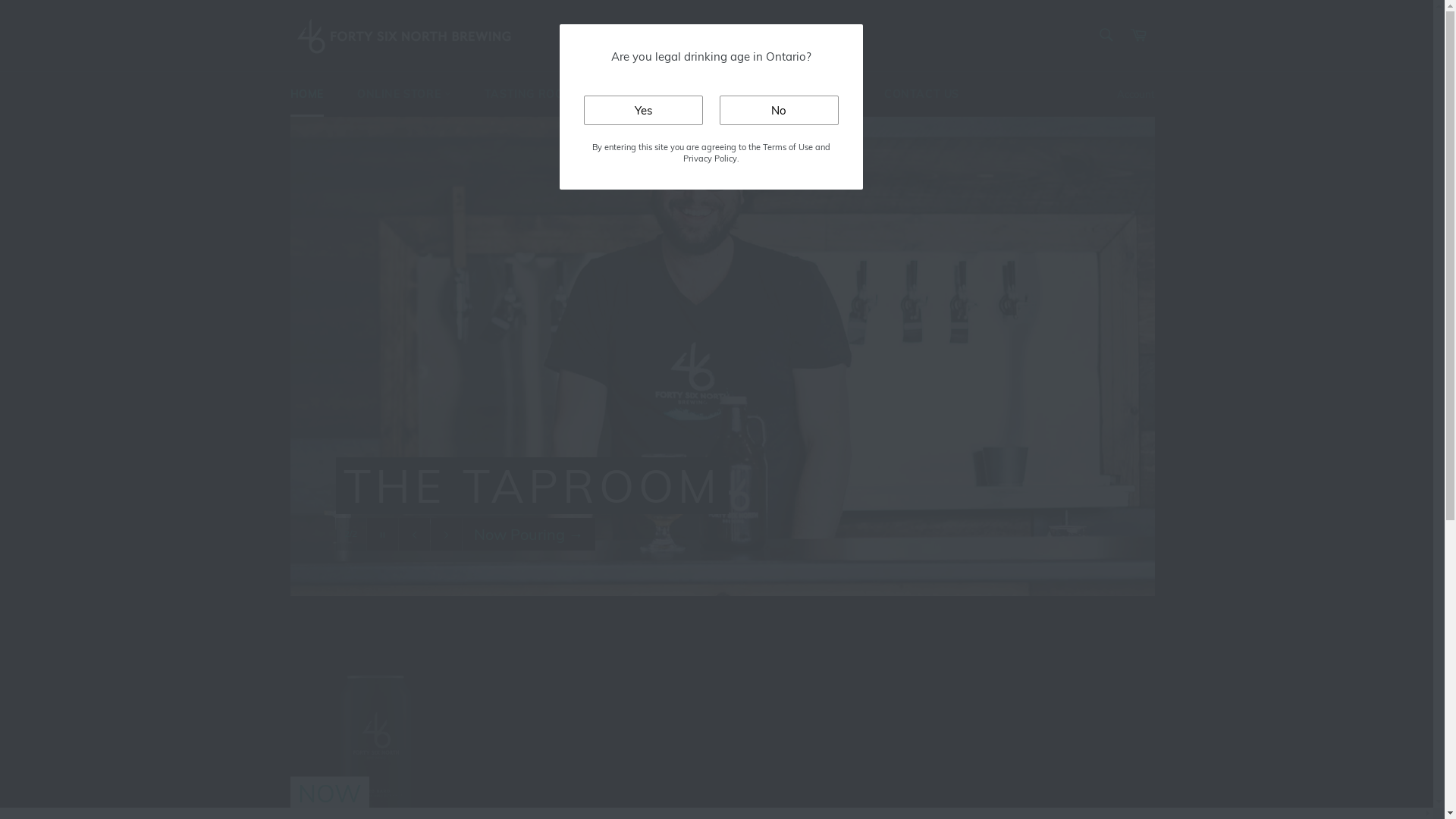 Image resolution: width=1456 pixels, height=819 pixels. Describe the element at coordinates (445, 534) in the screenshot. I see `'Next slide'` at that location.